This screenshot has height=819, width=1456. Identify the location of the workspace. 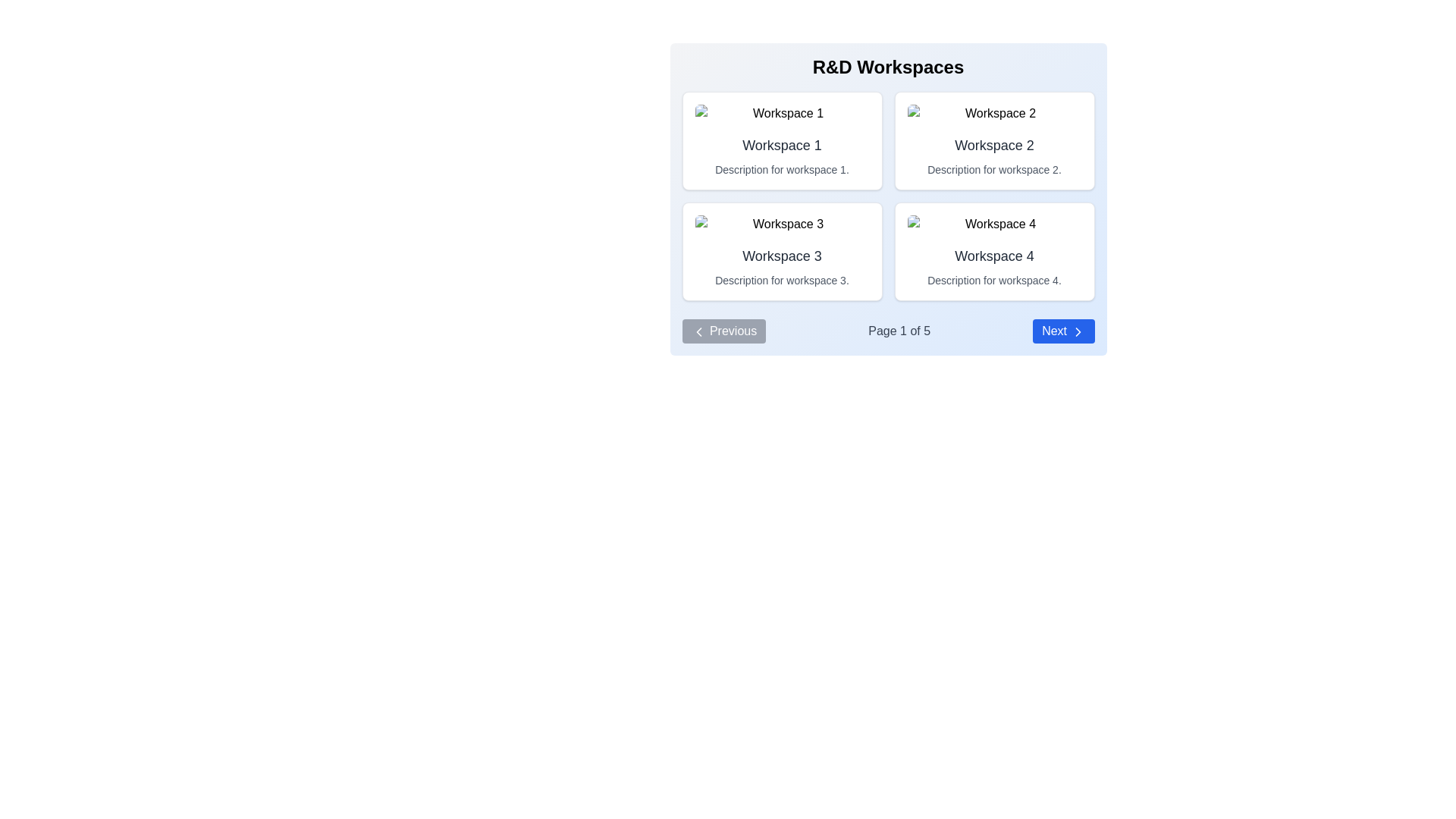
(782, 146).